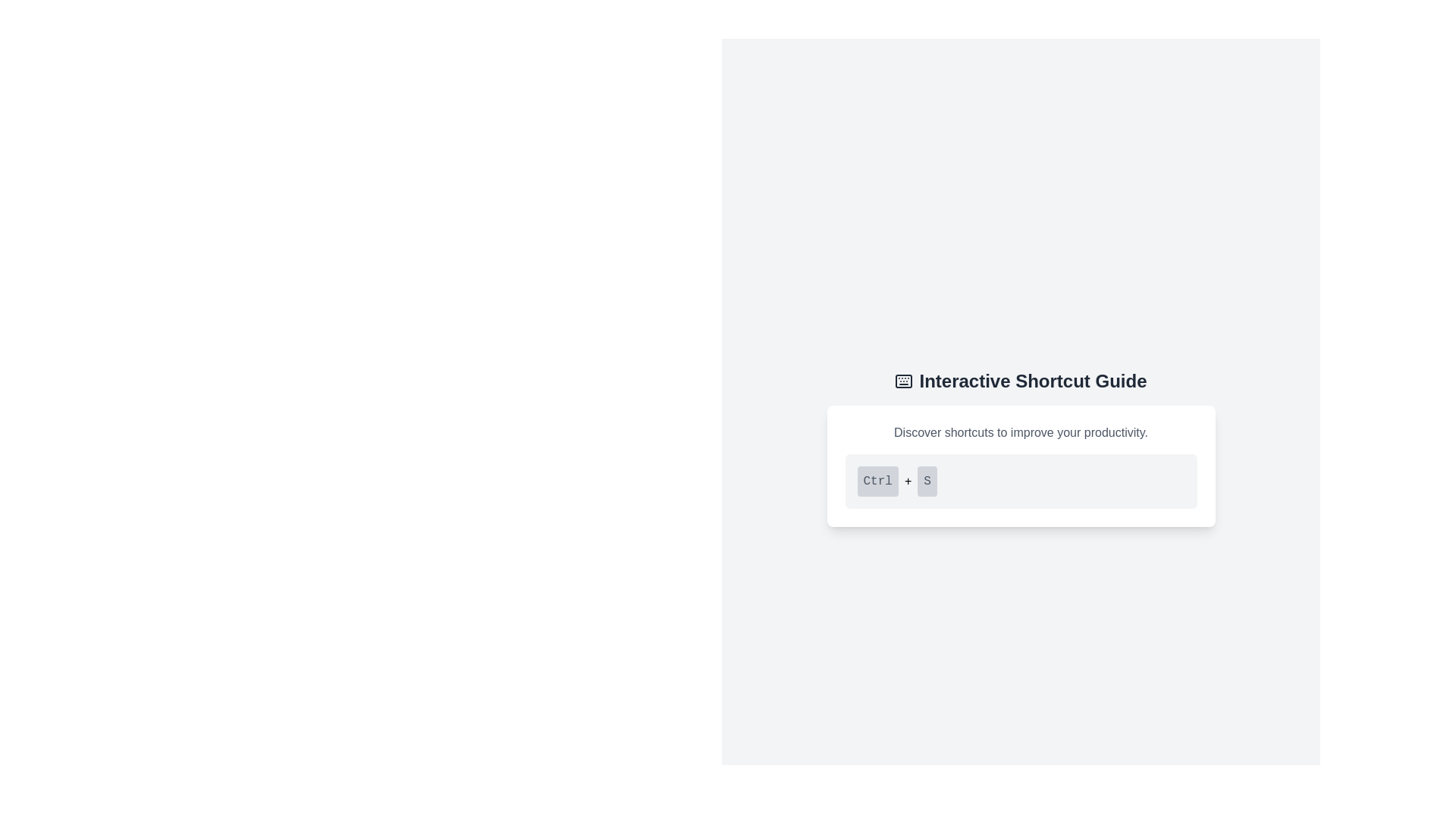 This screenshot has height=819, width=1456. Describe the element at coordinates (1021, 432) in the screenshot. I see `the text element displaying 'Discover shortcuts to improve your productivity.' which is centered on a white background within a rounded rectangular card` at that location.